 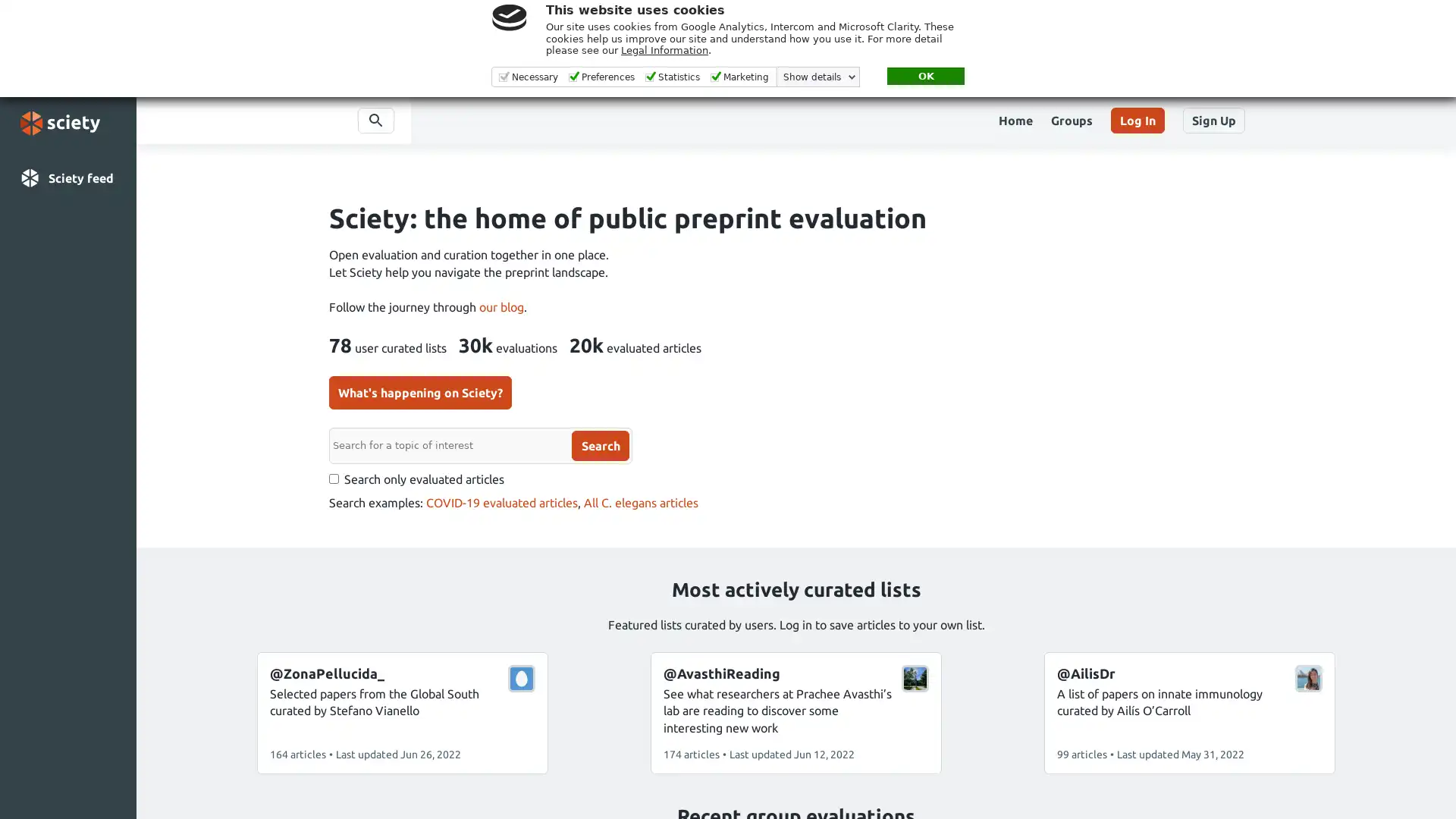 What do you see at coordinates (503, 444) in the screenshot?
I see `Search` at bounding box center [503, 444].